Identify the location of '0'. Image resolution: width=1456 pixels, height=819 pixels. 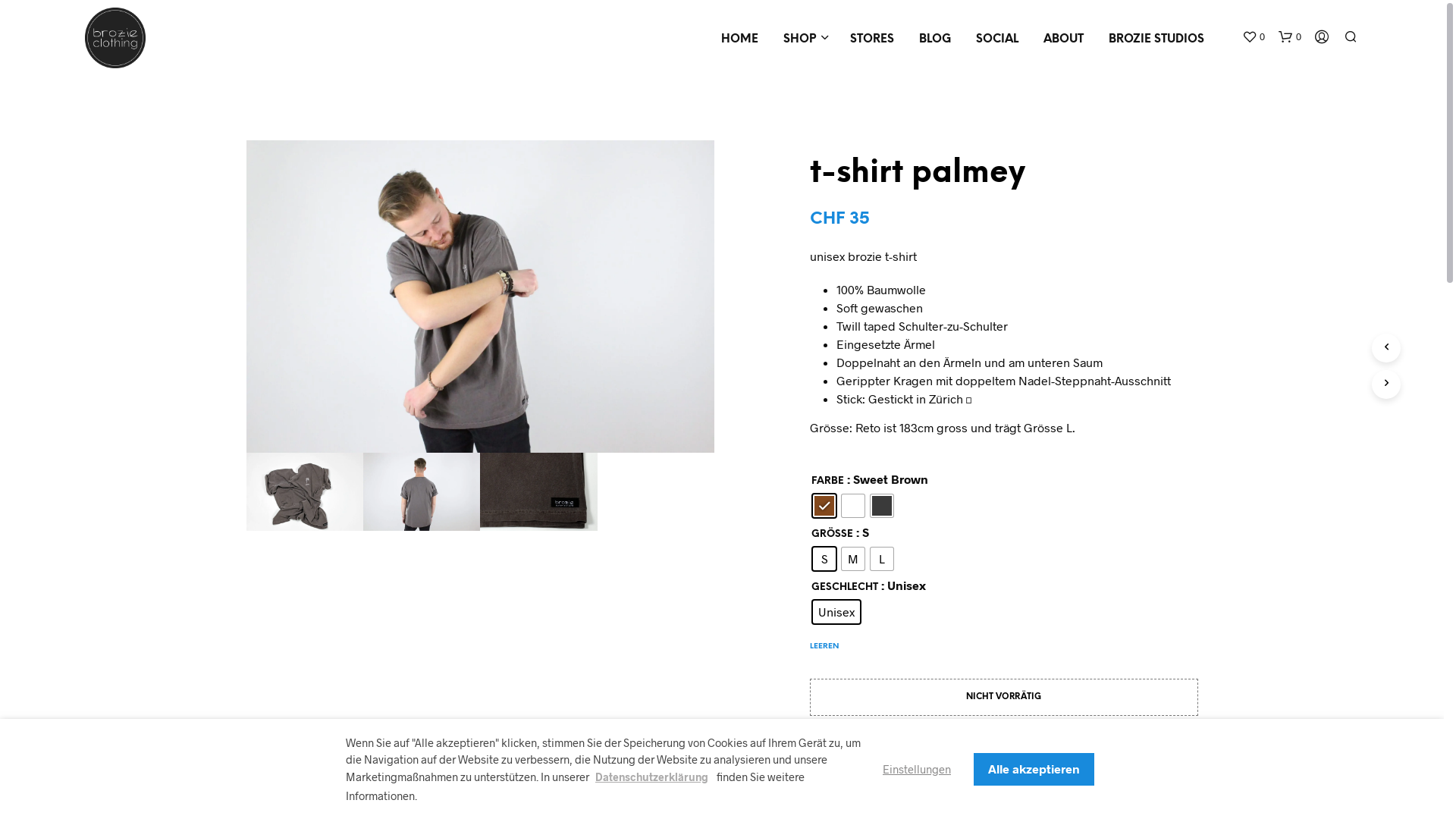
(1288, 36).